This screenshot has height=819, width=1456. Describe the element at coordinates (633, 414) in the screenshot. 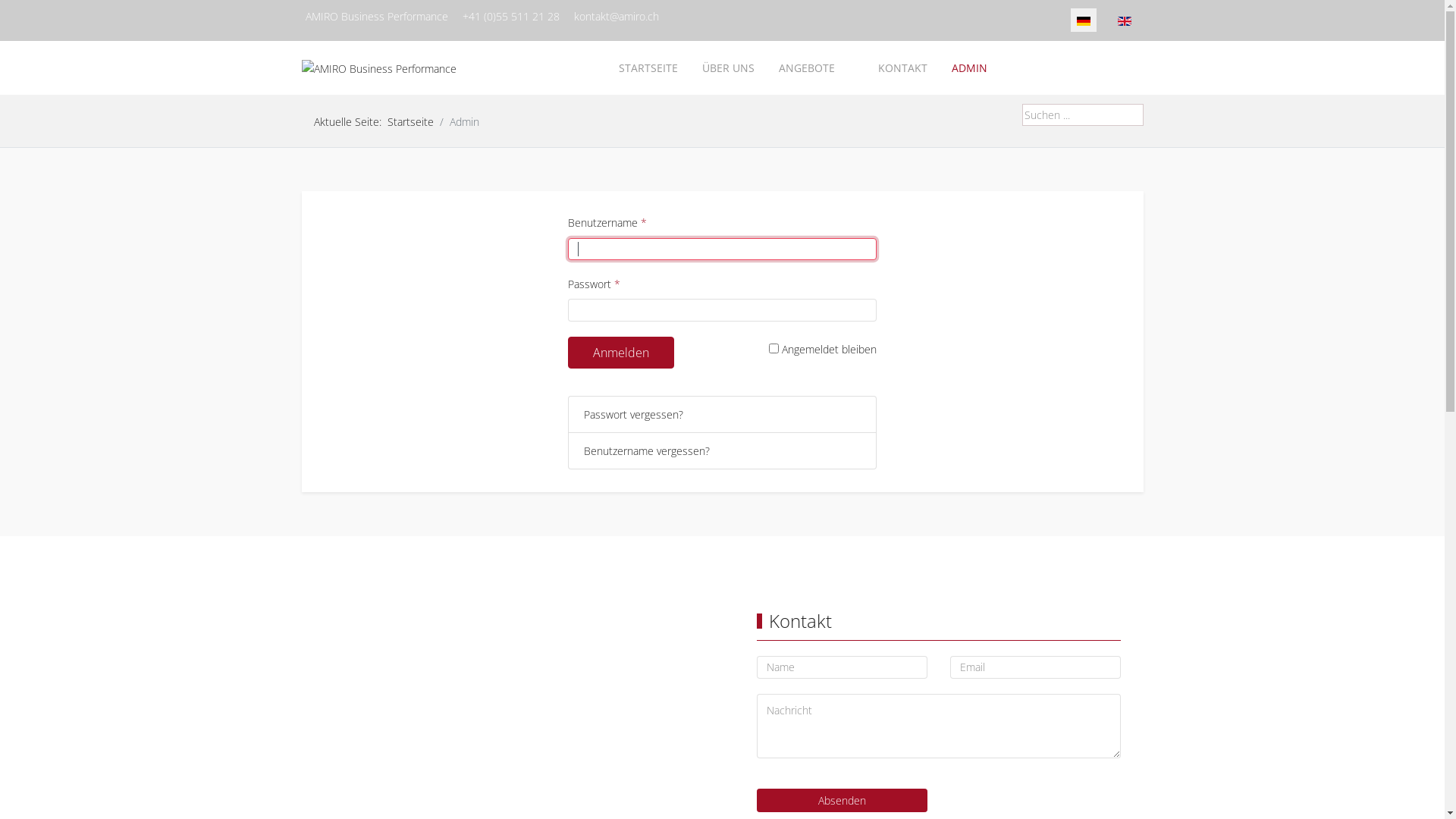

I see `'Passwort vergessen?'` at that location.